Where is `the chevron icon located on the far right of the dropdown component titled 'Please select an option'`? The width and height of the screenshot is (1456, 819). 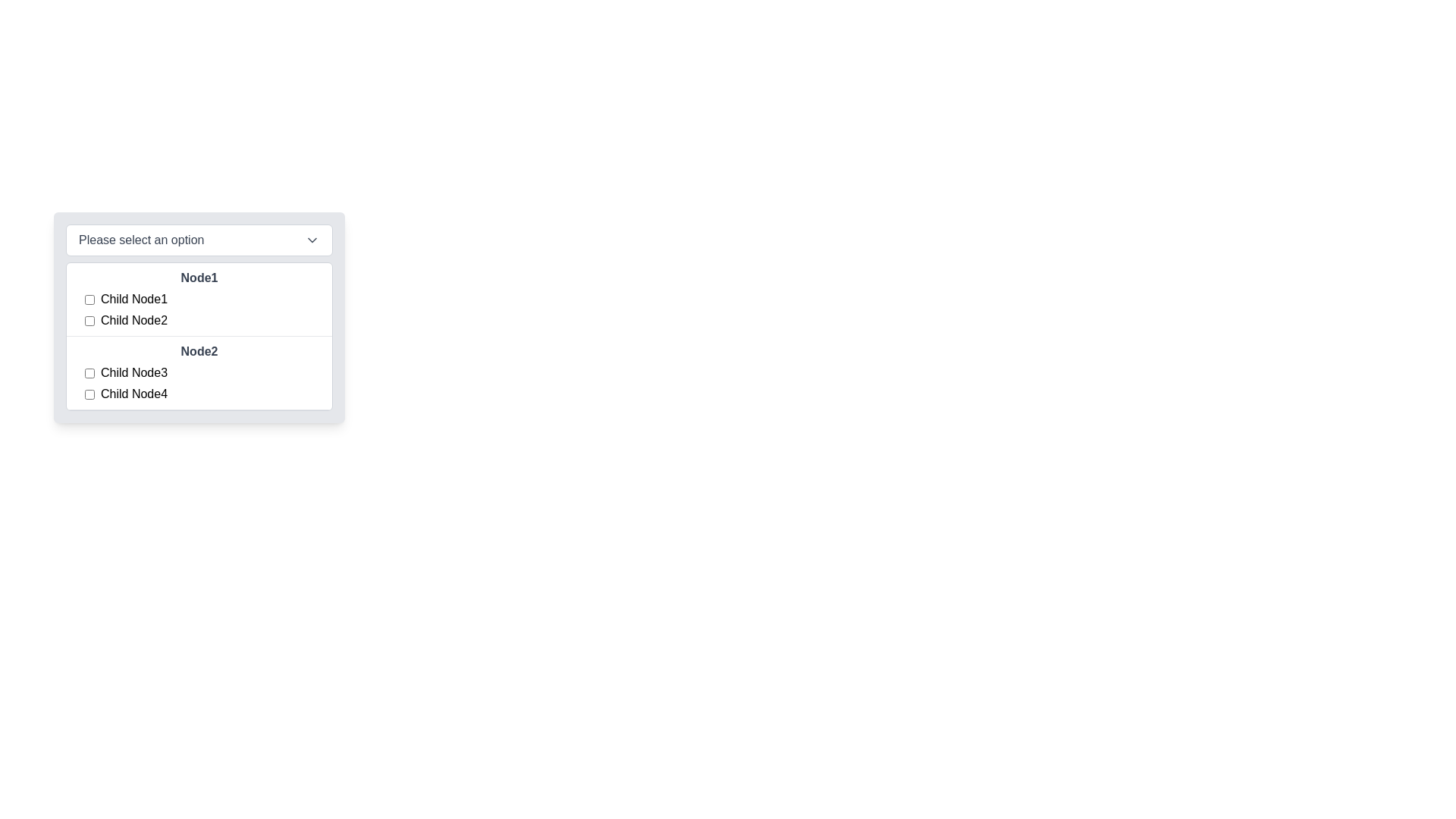
the chevron icon located on the far right of the dropdown component titled 'Please select an option' is located at coordinates (312, 239).